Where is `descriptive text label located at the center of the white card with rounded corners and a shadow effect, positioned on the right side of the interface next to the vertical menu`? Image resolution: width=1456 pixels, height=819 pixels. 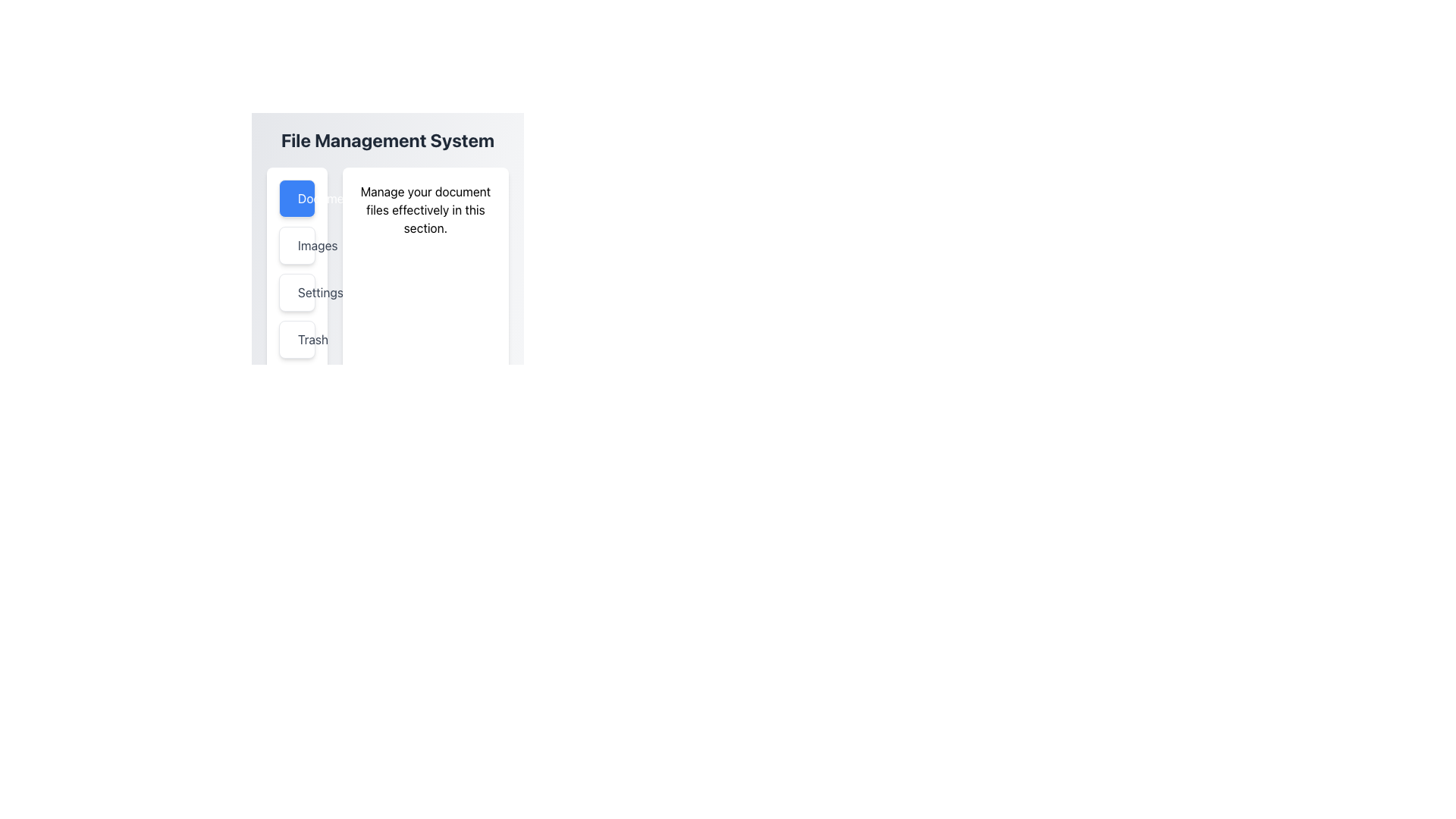
descriptive text label located at the center of the white card with rounded corners and a shadow effect, positioned on the right side of the interface next to the vertical menu is located at coordinates (425, 210).